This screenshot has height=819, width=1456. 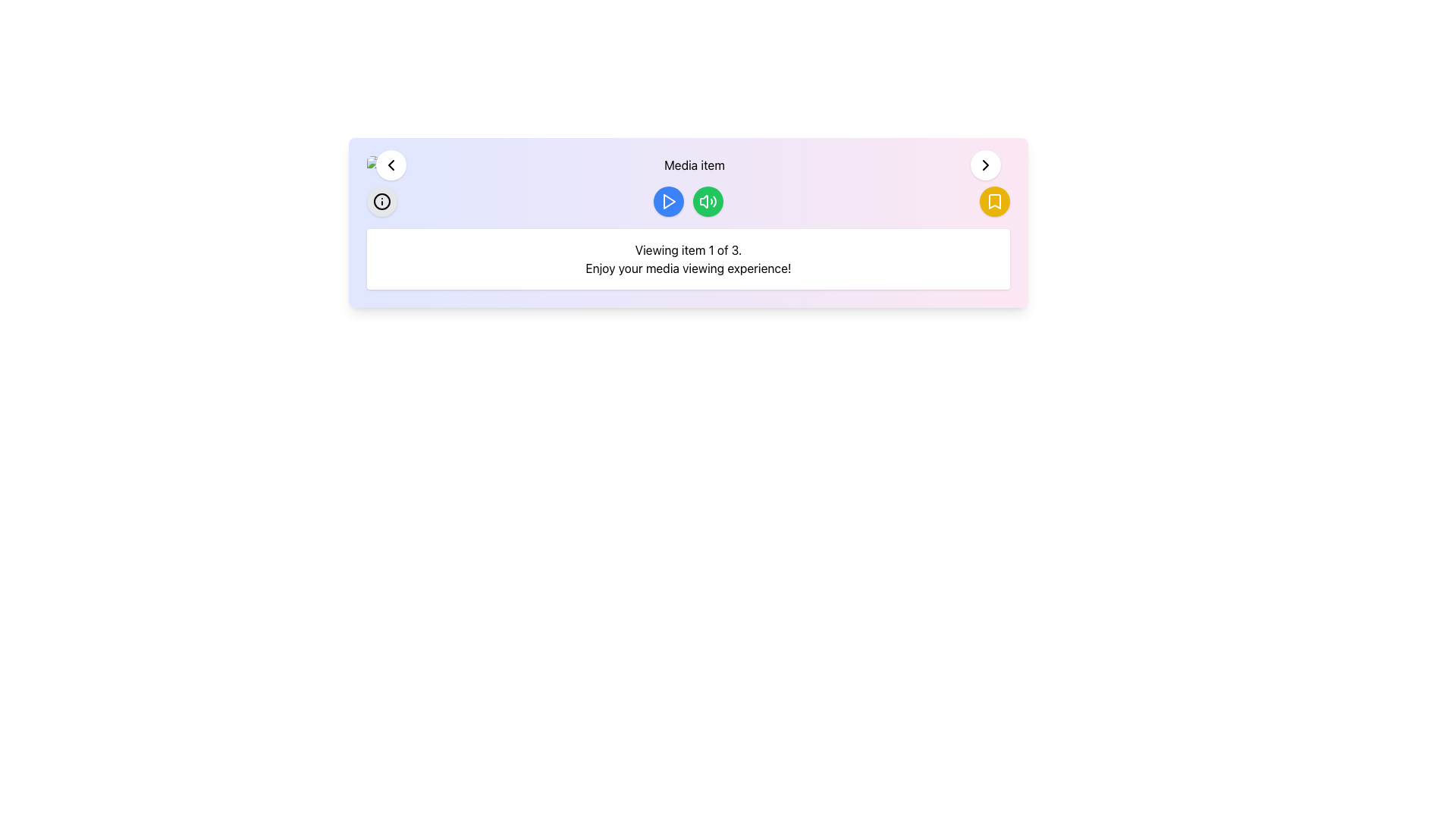 I want to click on the second icon from the left in the series of icons located in the upper section of the main card, so click(x=708, y=201).